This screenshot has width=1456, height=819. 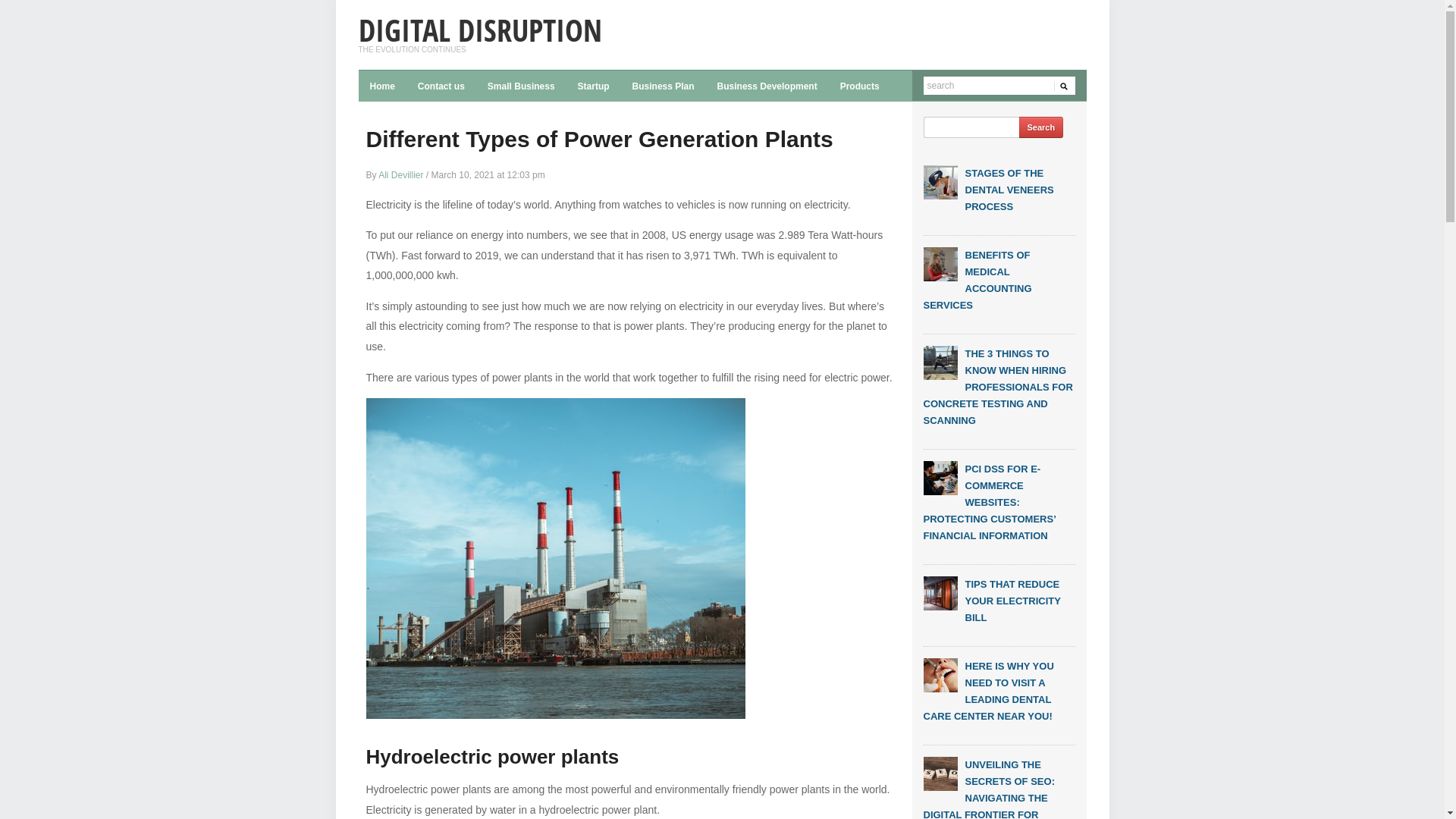 I want to click on 'BENEFITS OF MEDICAL ACCOUNTING SERVICES', so click(x=977, y=280).